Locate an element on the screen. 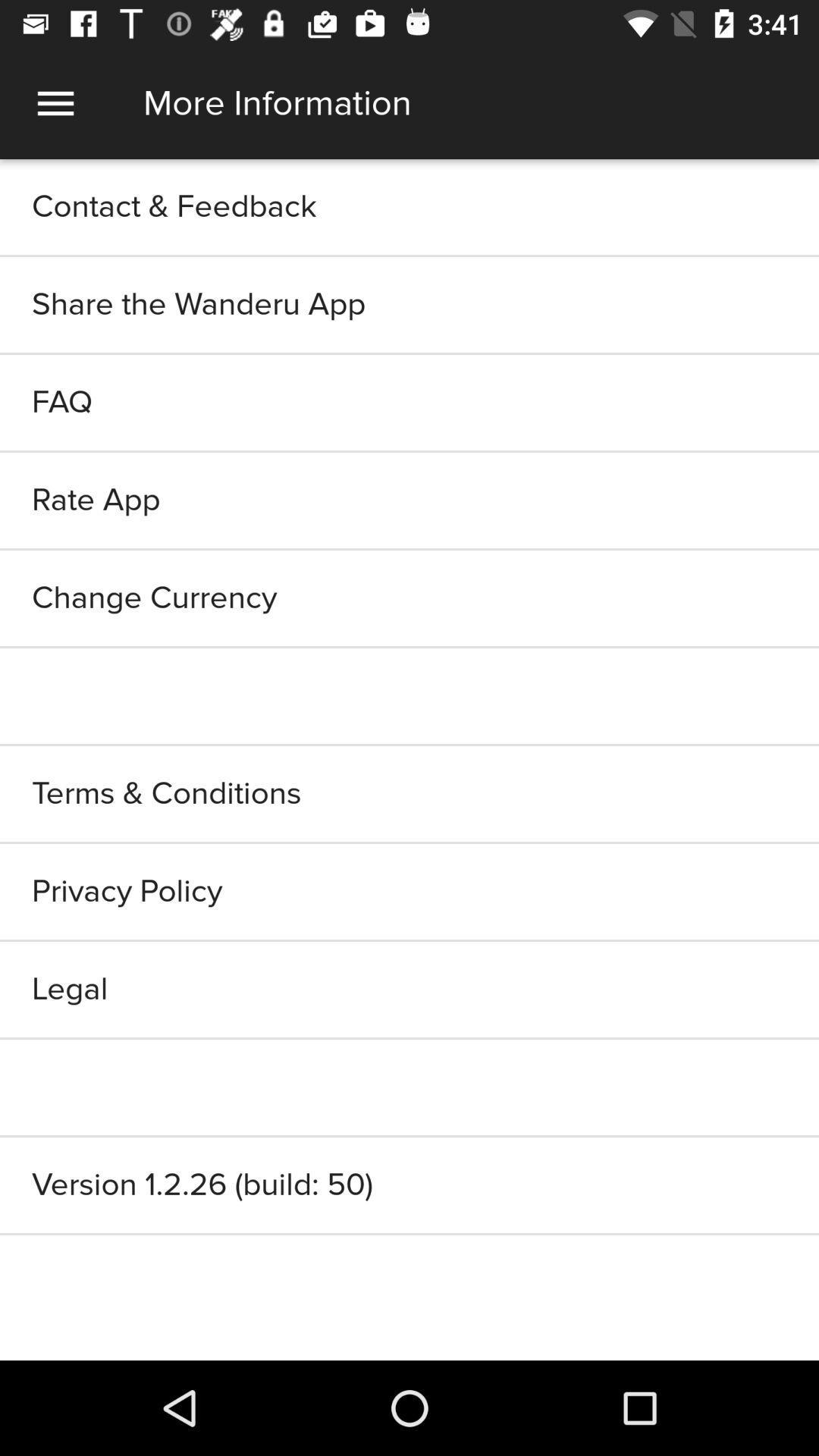 The image size is (819, 1456). the icon above privacy policy is located at coordinates (409, 792).